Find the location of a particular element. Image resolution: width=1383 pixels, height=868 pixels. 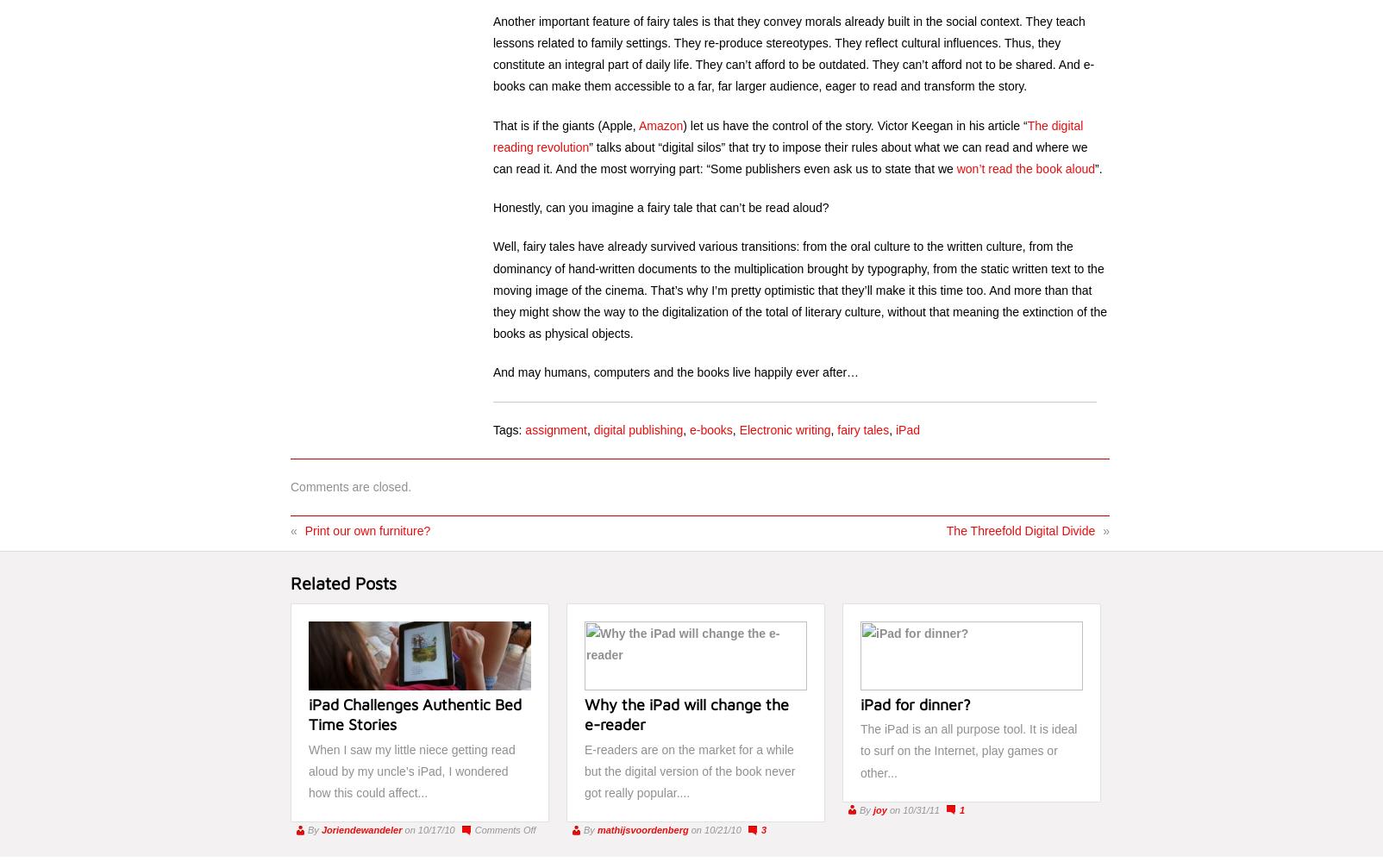

'fairy tales' is located at coordinates (863, 428).